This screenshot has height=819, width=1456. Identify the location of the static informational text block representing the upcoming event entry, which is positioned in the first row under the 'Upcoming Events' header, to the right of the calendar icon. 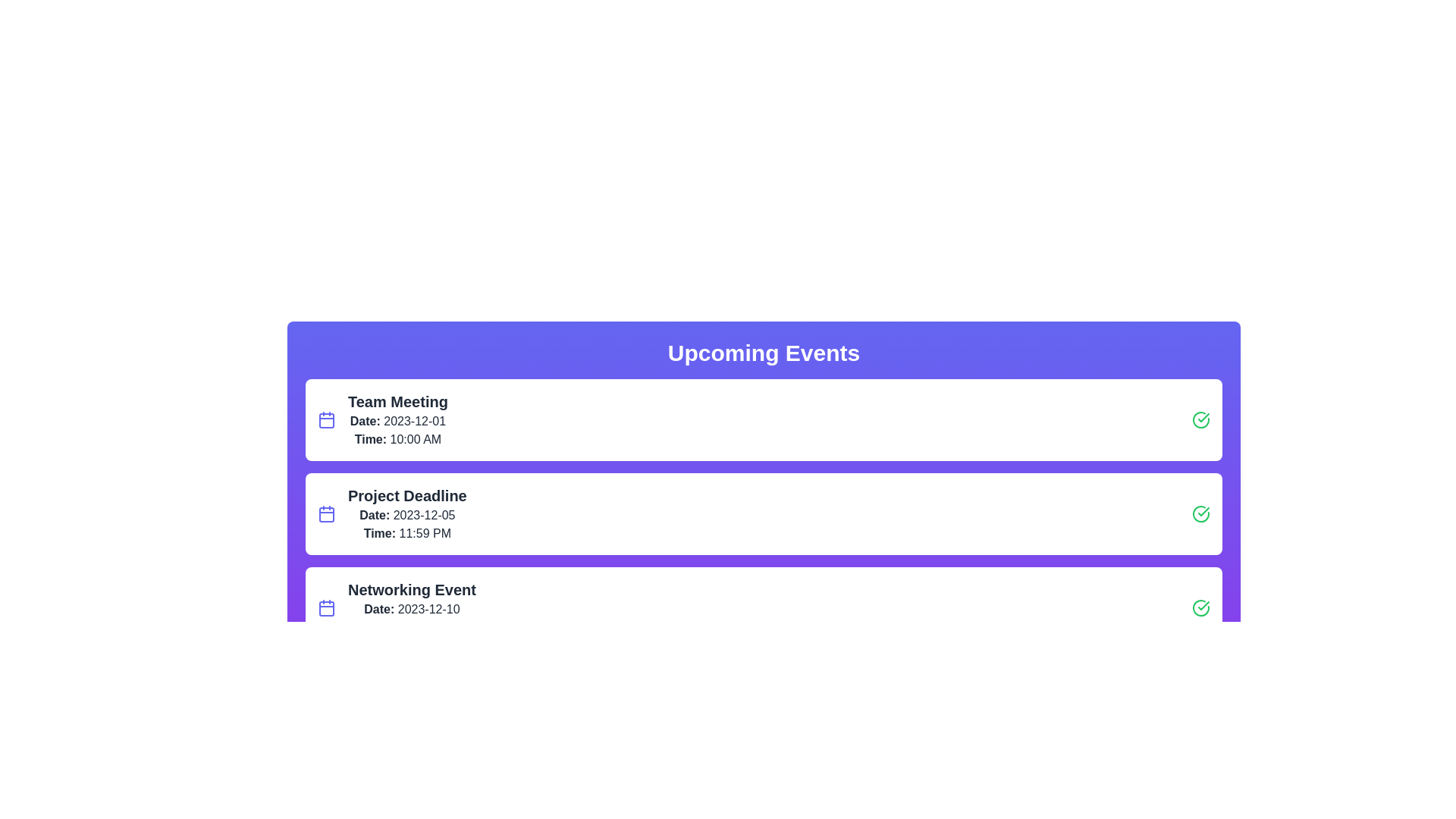
(397, 420).